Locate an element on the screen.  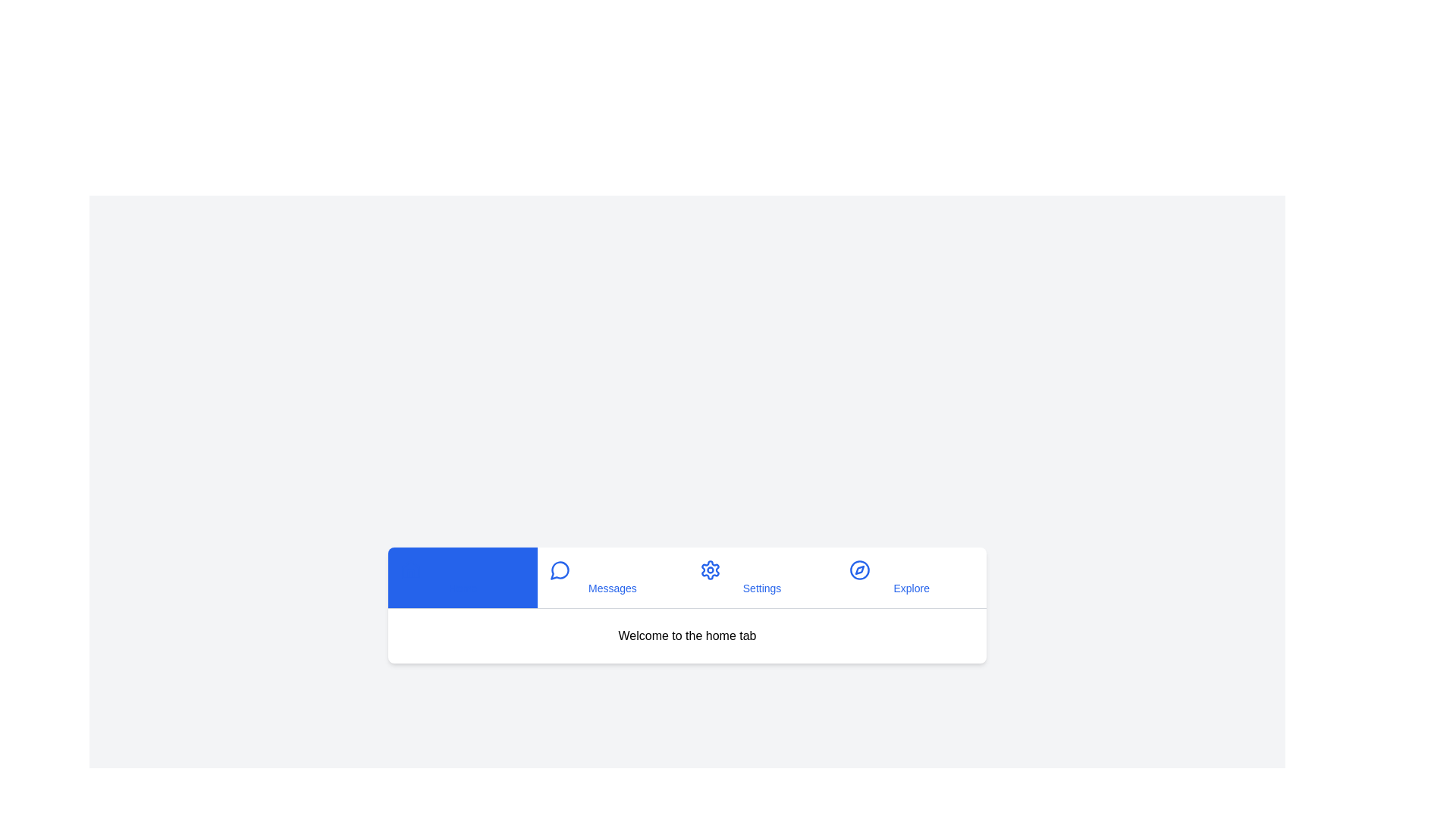
the tab button labeled 'Home' to see its hover effect is located at coordinates (462, 577).